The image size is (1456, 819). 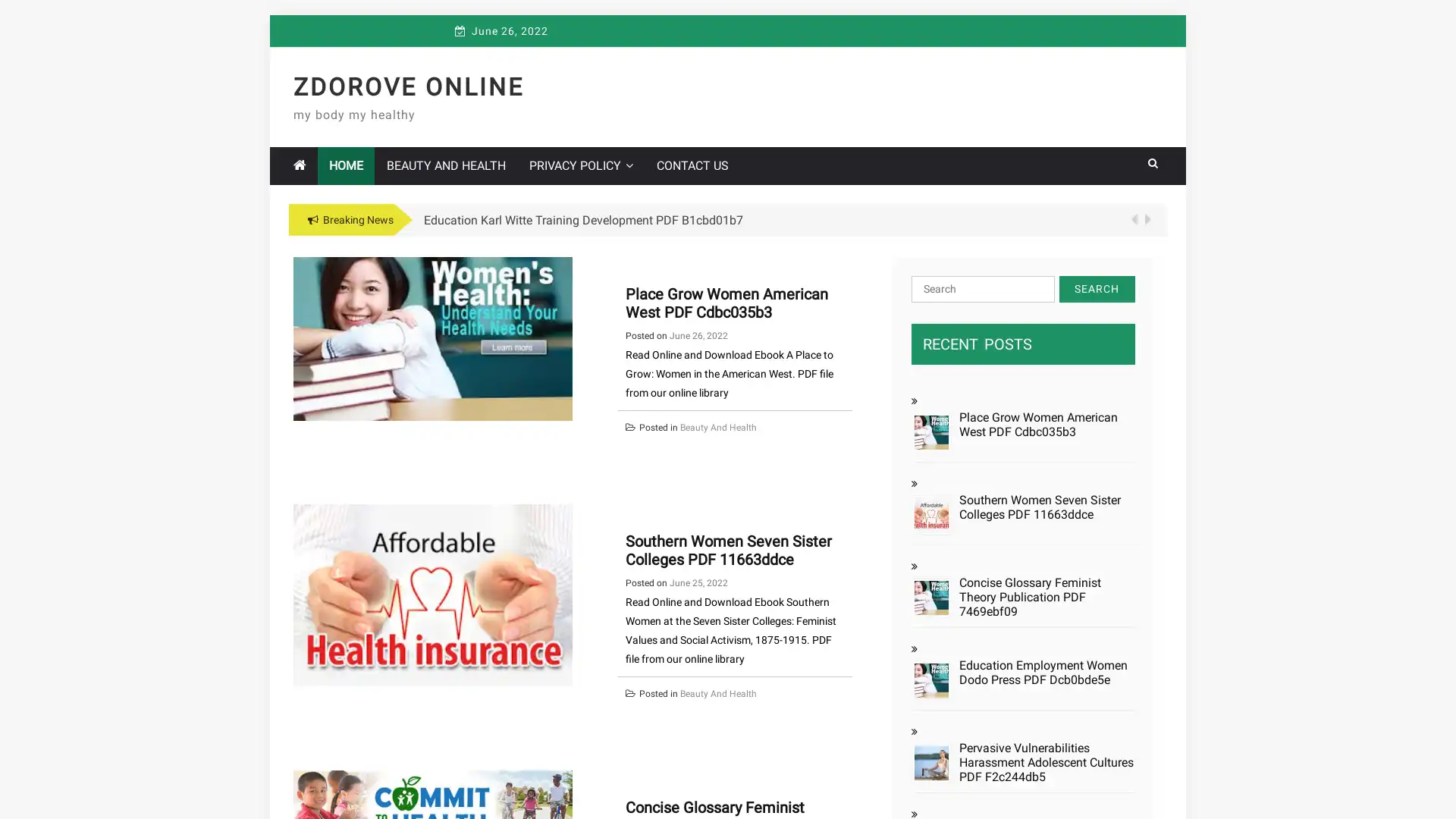 I want to click on Search, so click(x=1096, y=288).